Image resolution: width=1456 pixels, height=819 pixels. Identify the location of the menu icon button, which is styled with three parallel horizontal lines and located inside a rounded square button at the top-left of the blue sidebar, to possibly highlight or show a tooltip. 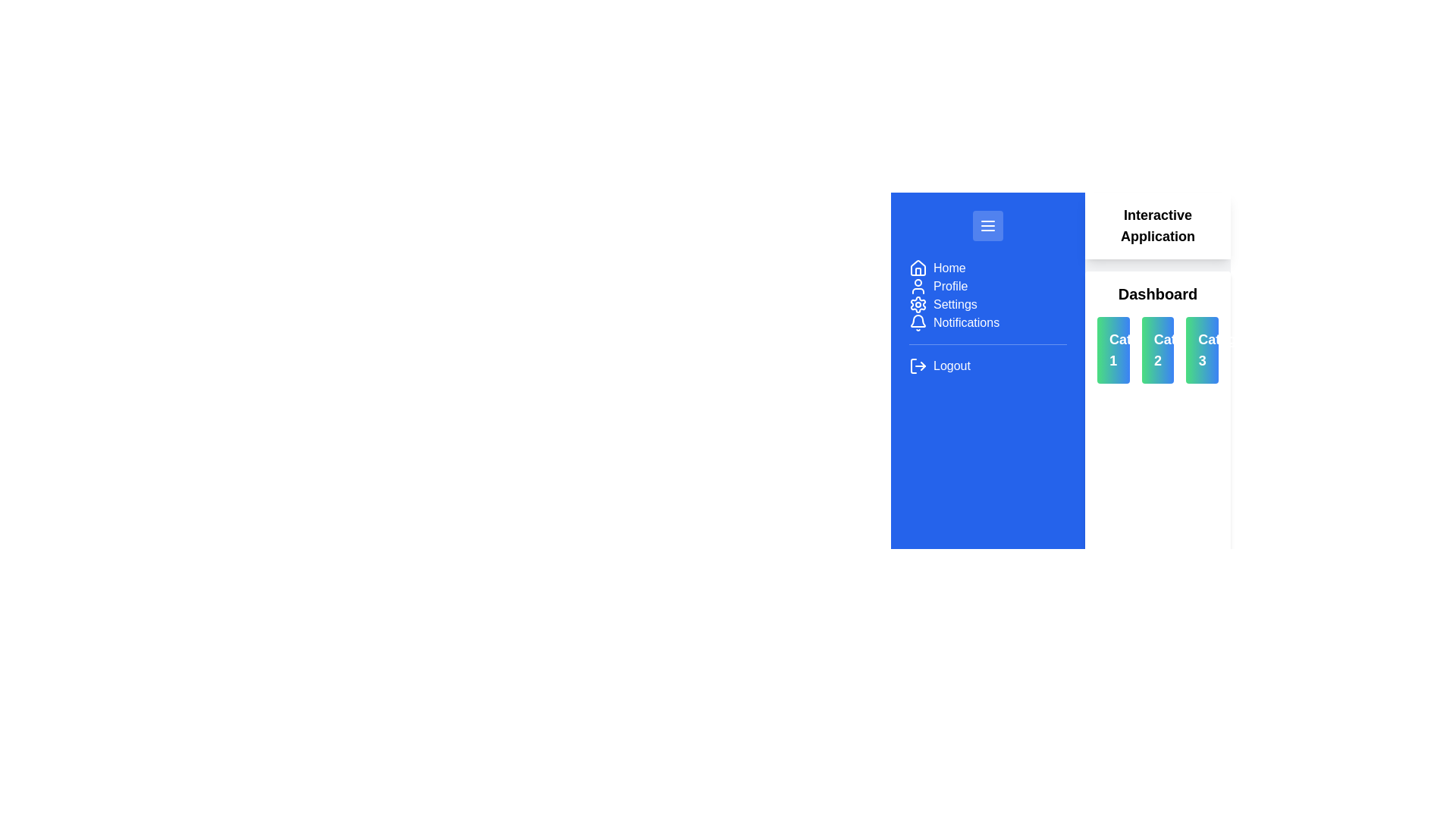
(987, 225).